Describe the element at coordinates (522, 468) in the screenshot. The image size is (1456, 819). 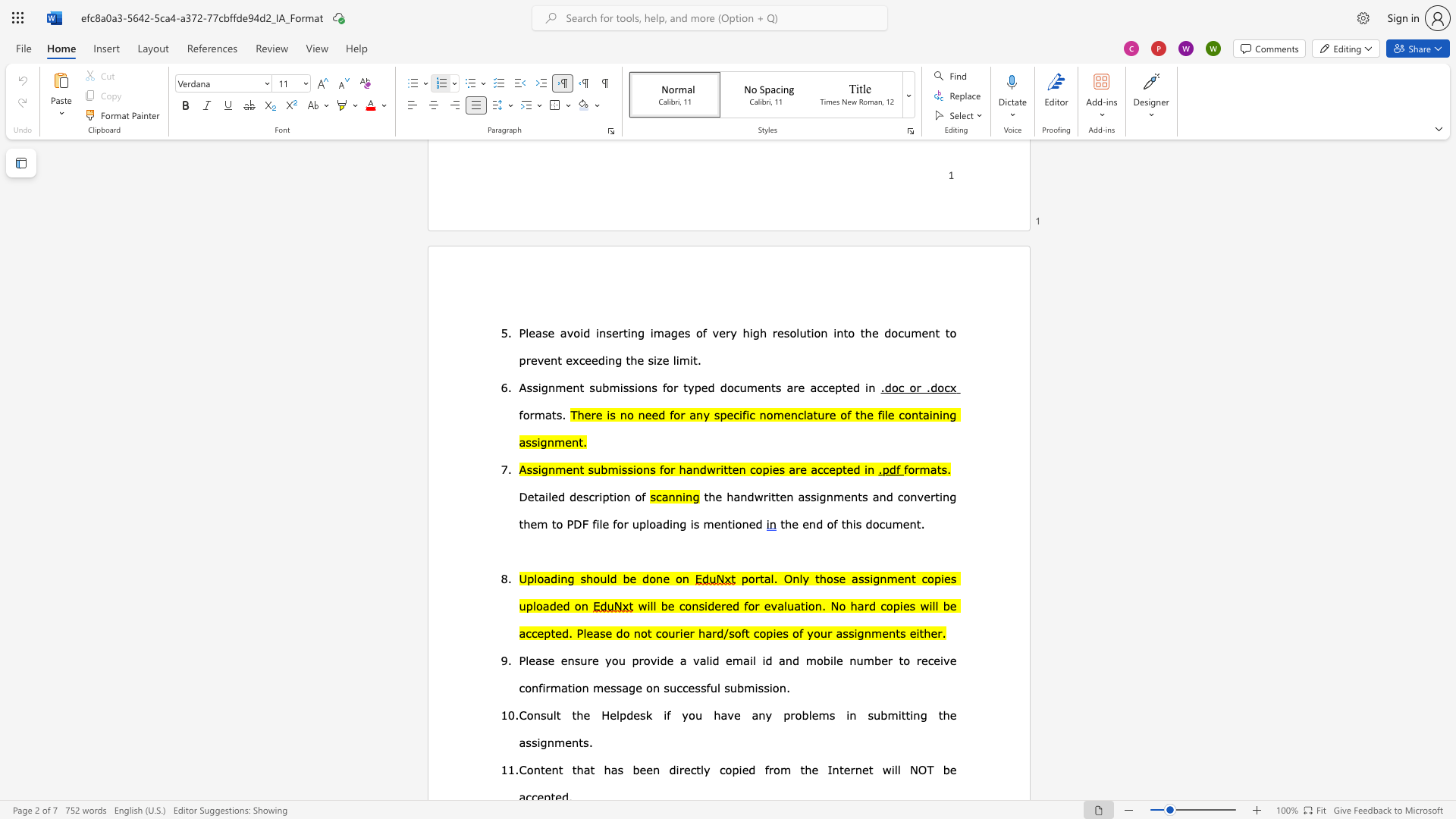
I see `the 1th character "A" in the text` at that location.